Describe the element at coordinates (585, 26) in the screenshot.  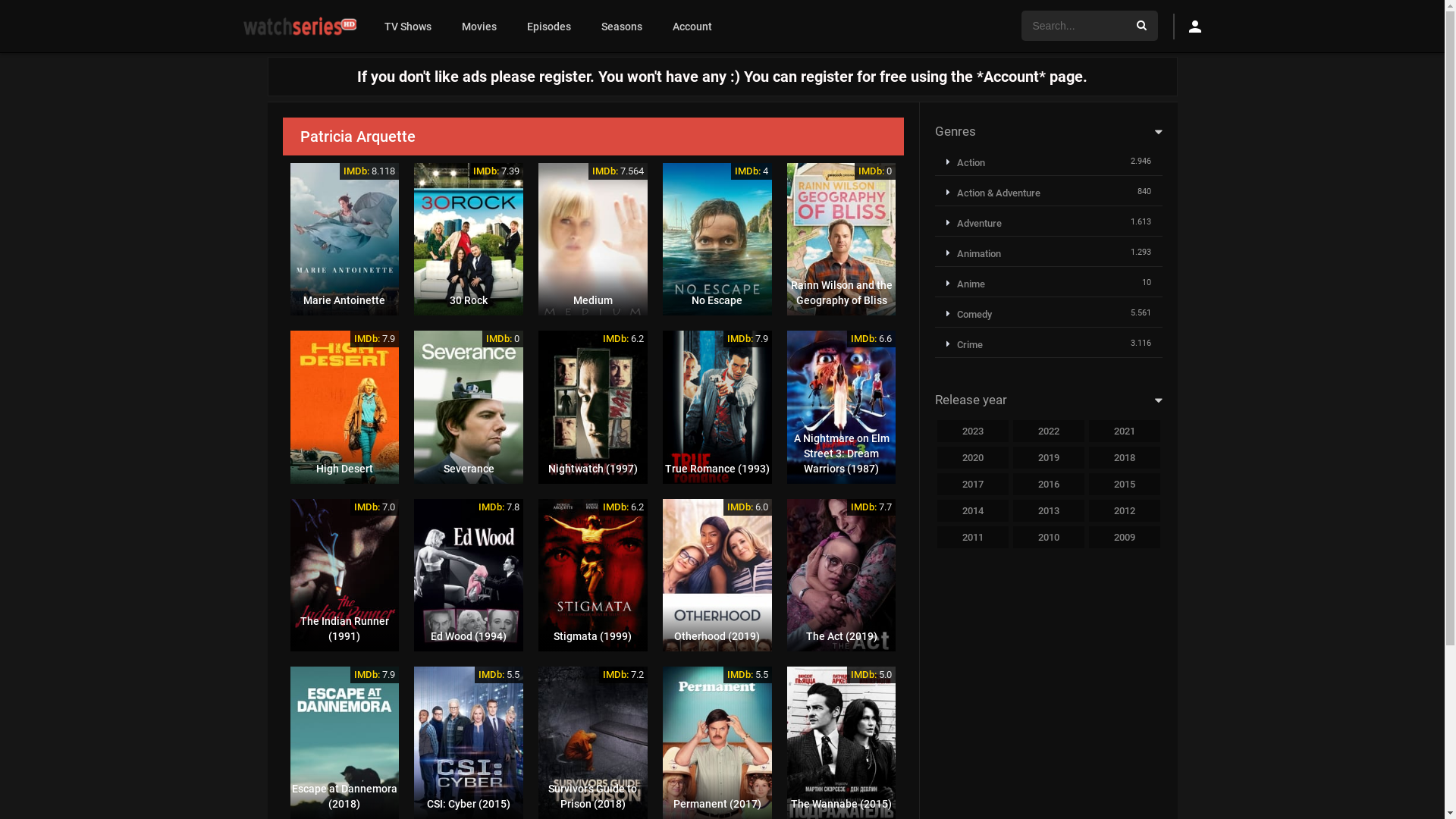
I see `'Seasons'` at that location.